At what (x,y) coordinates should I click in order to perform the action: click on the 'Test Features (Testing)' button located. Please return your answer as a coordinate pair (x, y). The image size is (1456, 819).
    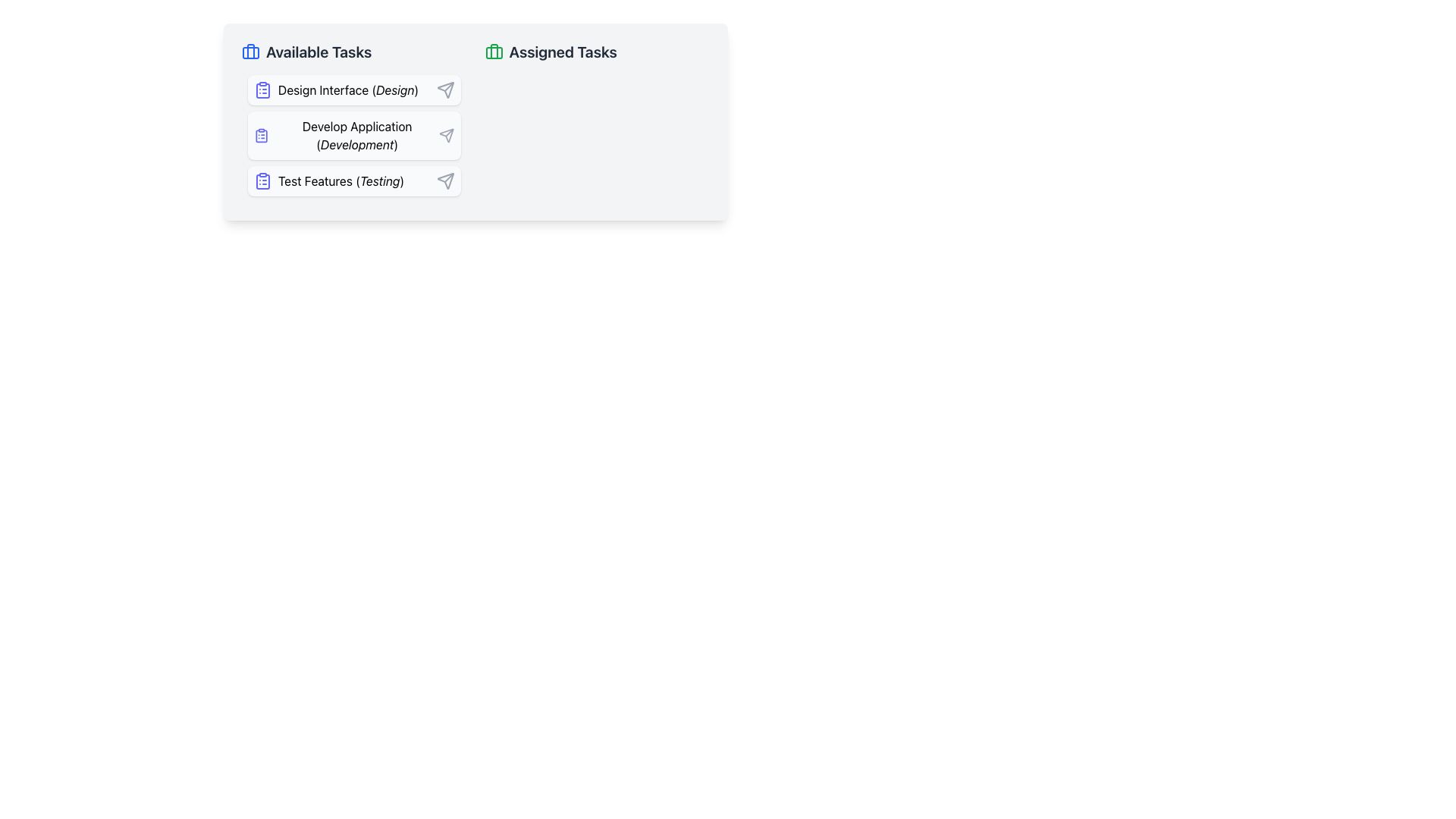
    Looking at the image, I should click on (328, 180).